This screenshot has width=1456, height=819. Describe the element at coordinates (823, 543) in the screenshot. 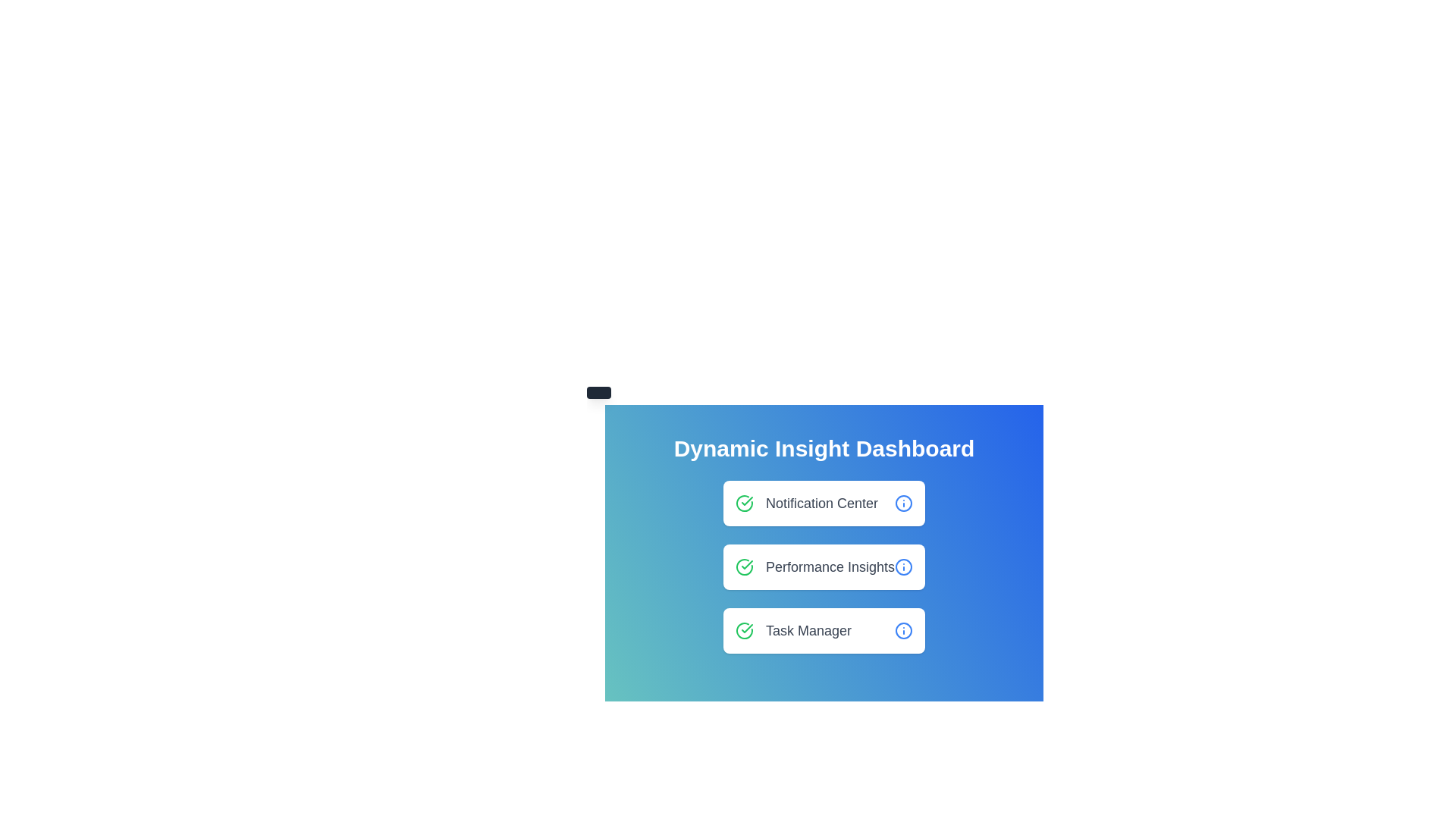

I see `the 'Performance Insights' button, which is a rectangular button with rounded corners, containing the text 'Performance Insights' and icons on either side` at that location.